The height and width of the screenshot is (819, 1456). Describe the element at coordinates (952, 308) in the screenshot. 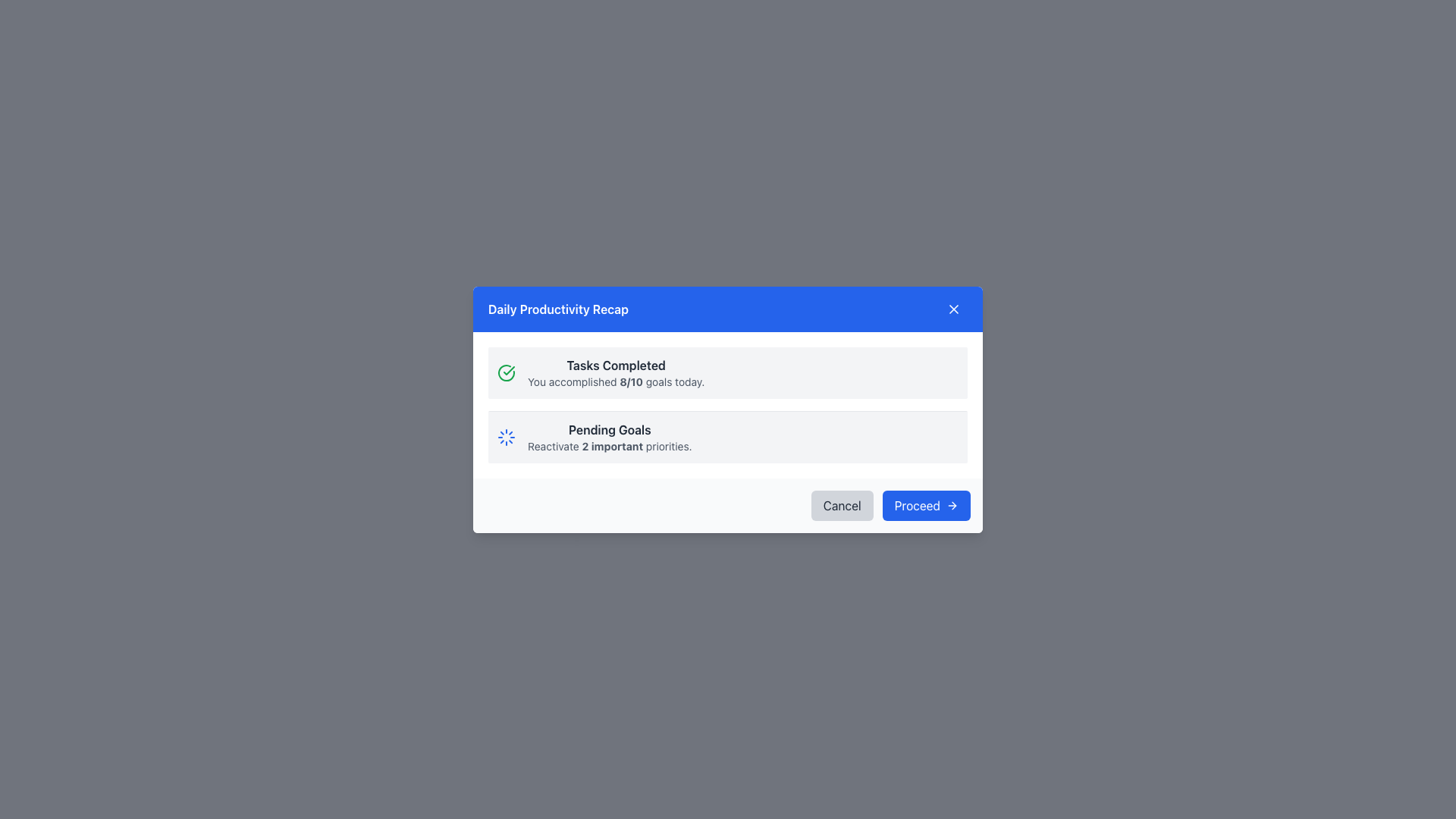

I see `the small white diagonal cross ('X') icon located in the top-right corner of the modal dialog box with a blue header` at that location.